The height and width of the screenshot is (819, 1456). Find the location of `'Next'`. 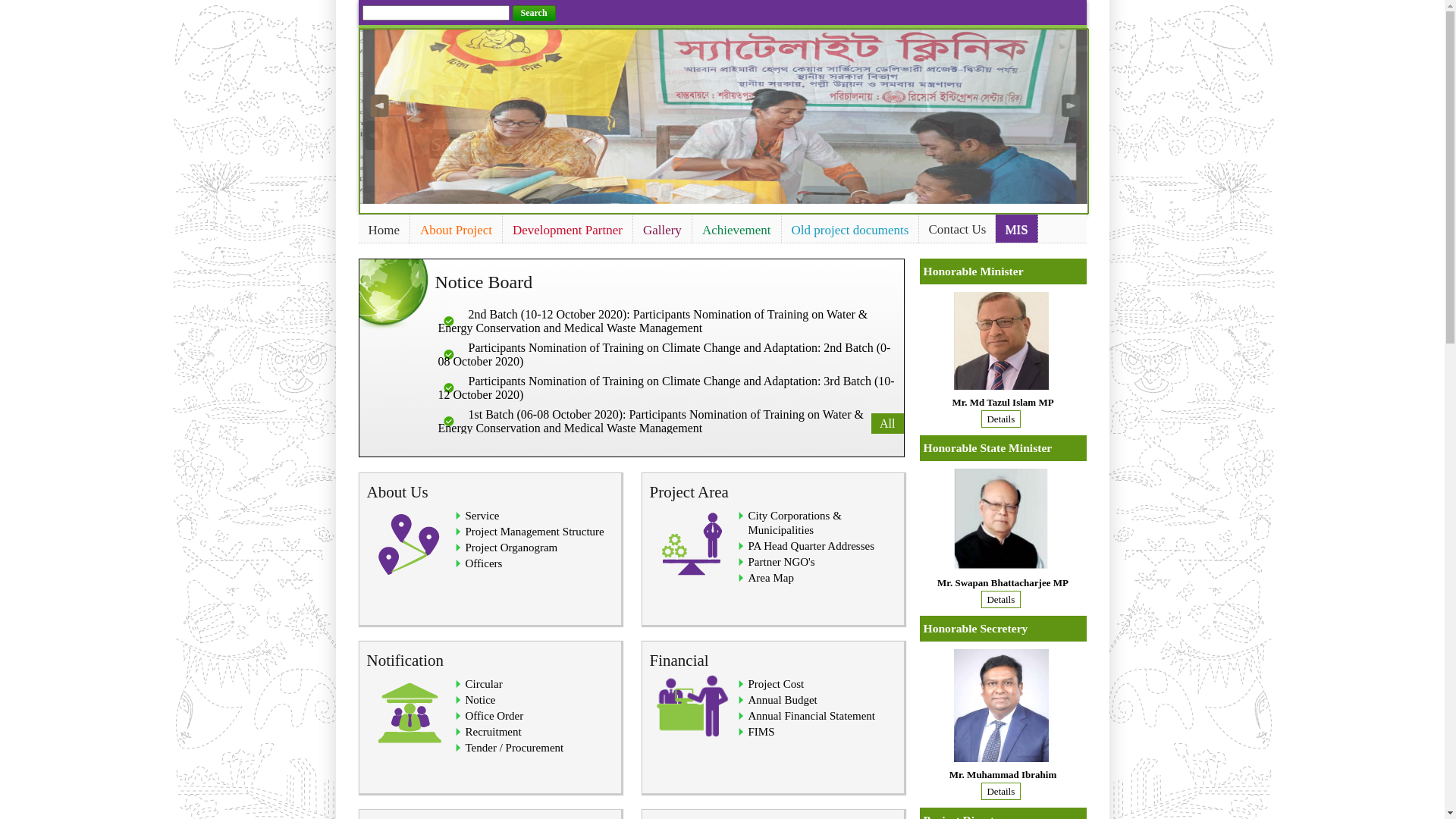

'Next' is located at coordinates (1072, 113).